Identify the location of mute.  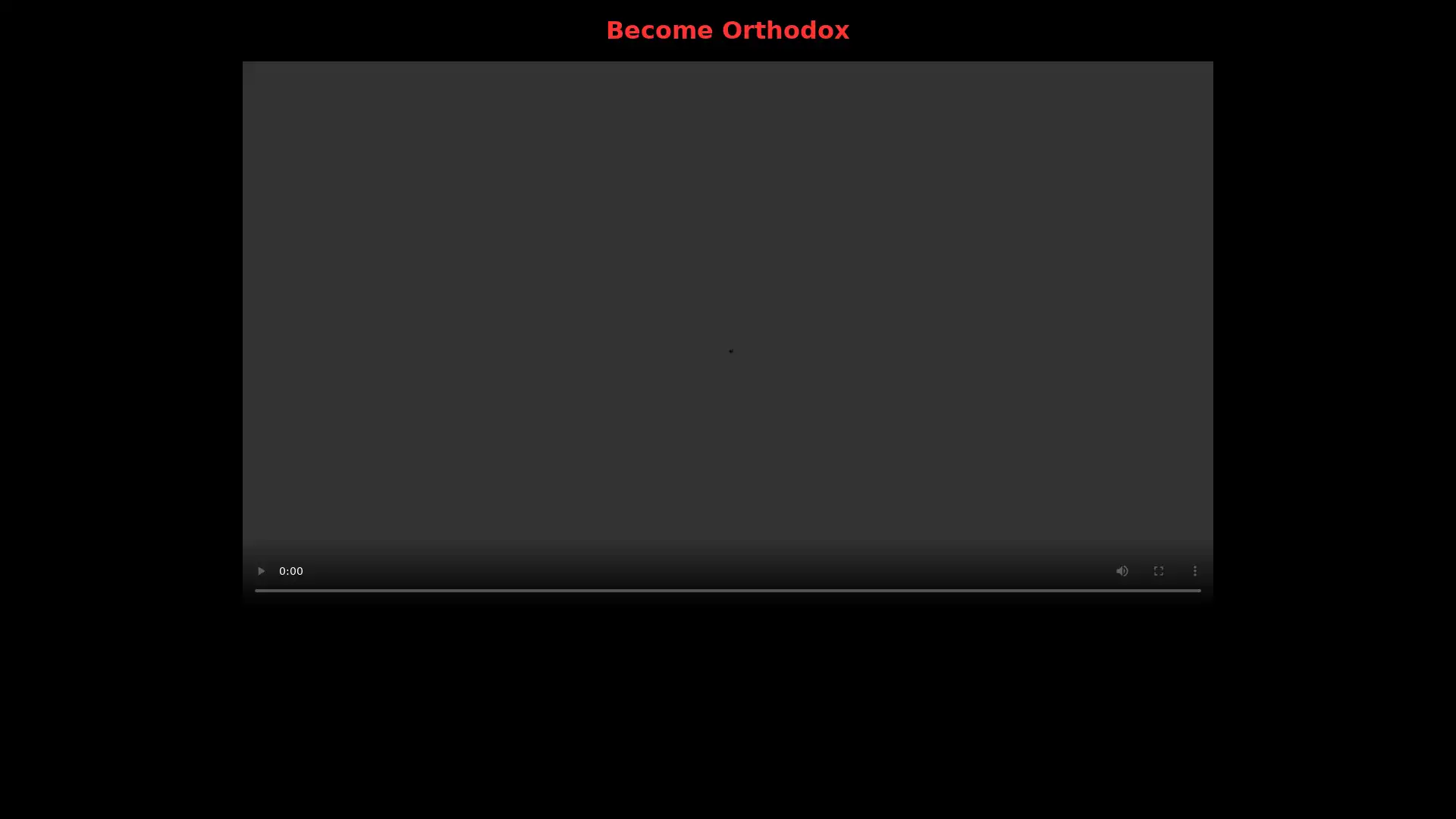
(1122, 570).